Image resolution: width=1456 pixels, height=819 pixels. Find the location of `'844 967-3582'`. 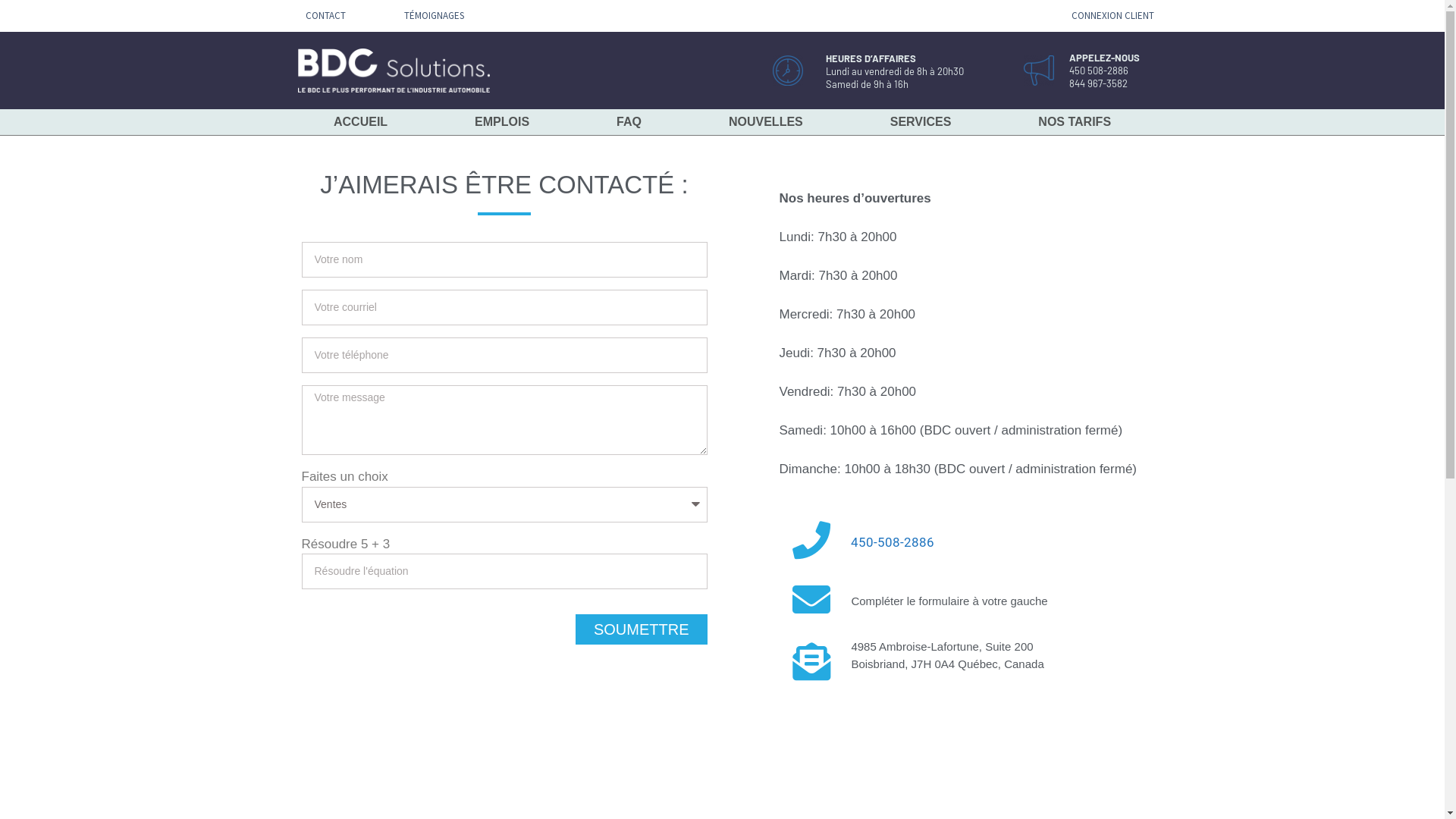

'844 967-3582' is located at coordinates (1098, 83).